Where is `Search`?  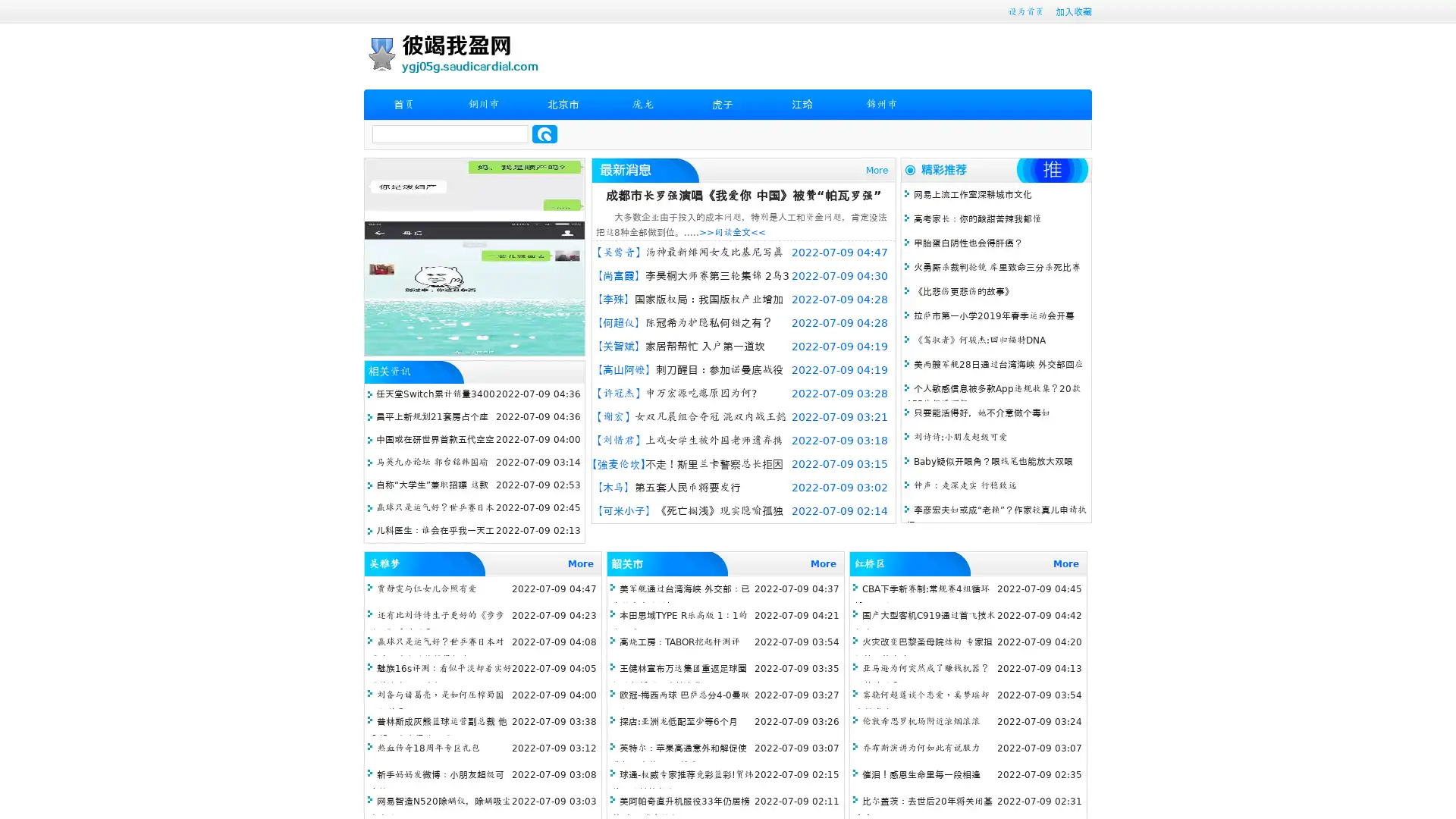
Search is located at coordinates (544, 133).